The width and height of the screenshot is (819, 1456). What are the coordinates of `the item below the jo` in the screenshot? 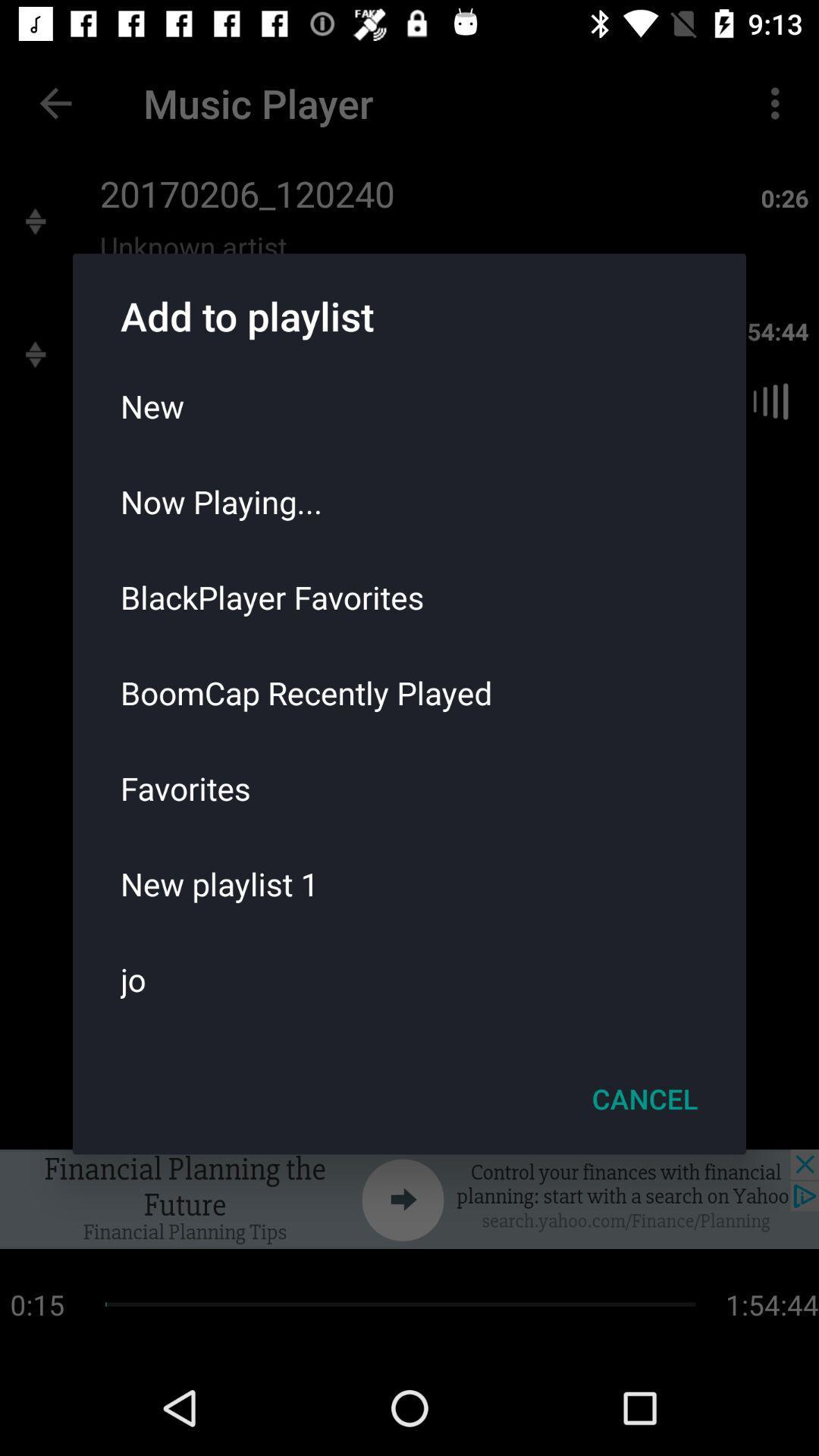 It's located at (645, 1099).